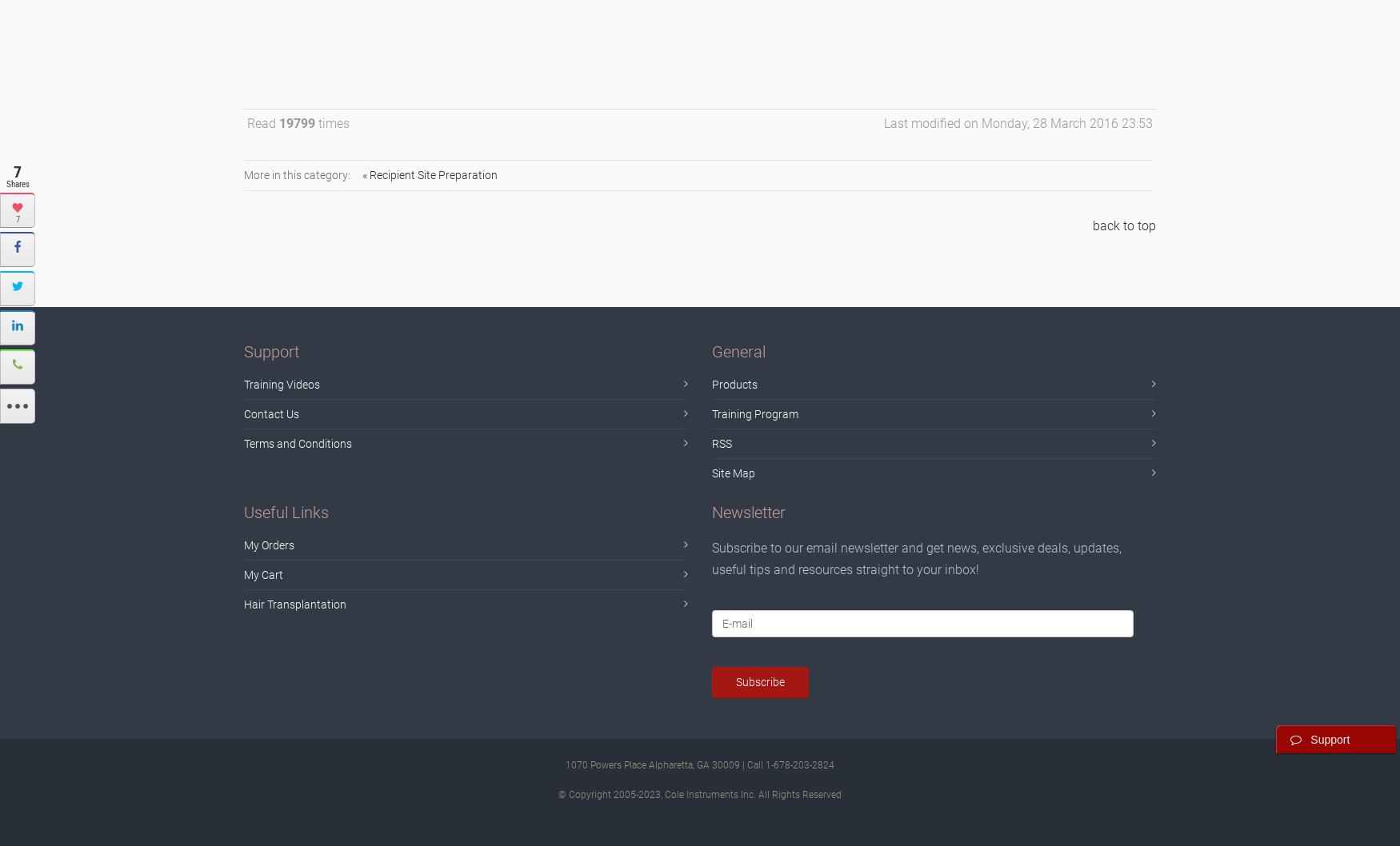  What do you see at coordinates (297, 174) in the screenshot?
I see `'More in this category:'` at bounding box center [297, 174].